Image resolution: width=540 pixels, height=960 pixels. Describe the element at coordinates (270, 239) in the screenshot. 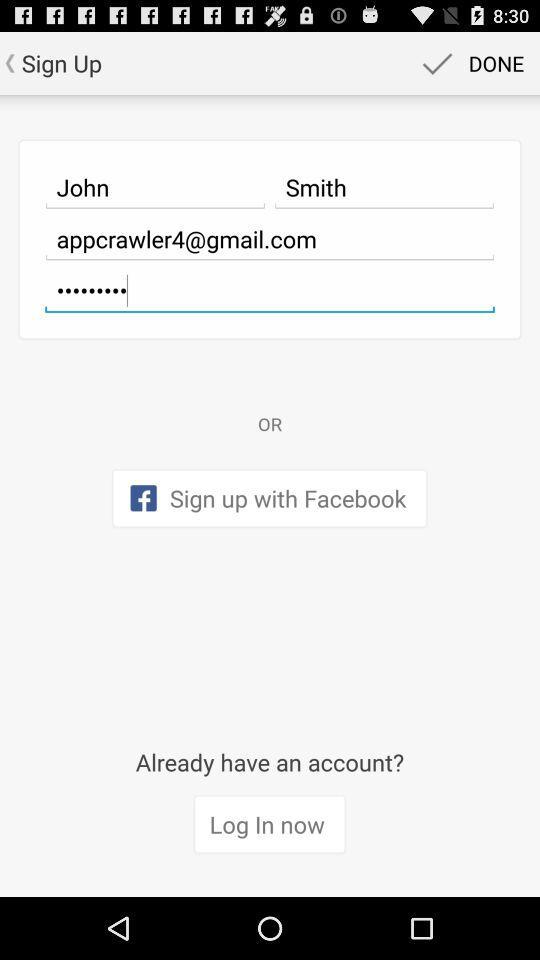

I see `the appcrawler4@gmail.com item` at that location.